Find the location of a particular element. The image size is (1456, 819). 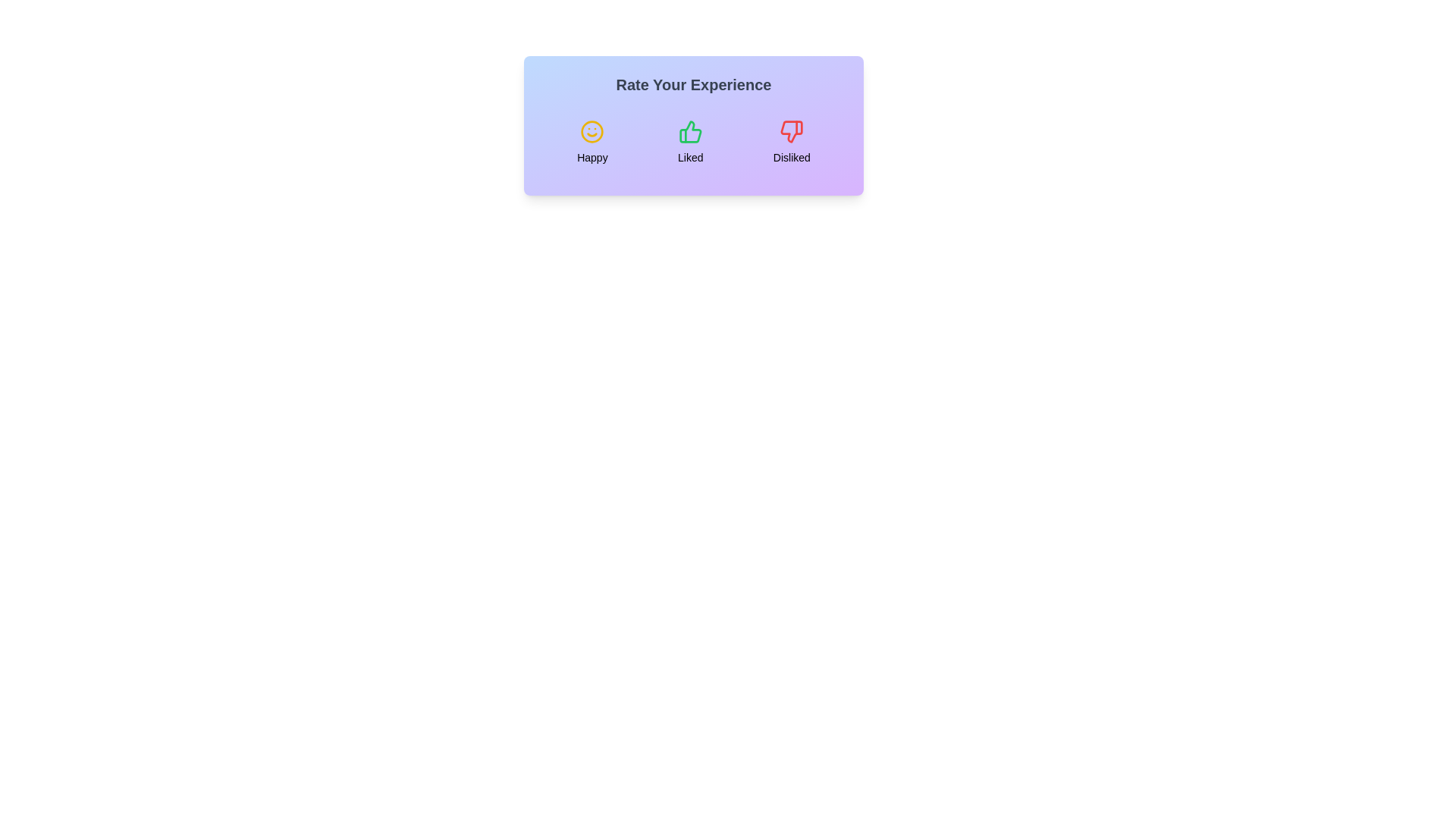

the 'Disliked' rating text label, which is located beneath the thumbs-down icon in the horizontal group of user feedback options is located at coordinates (791, 158).